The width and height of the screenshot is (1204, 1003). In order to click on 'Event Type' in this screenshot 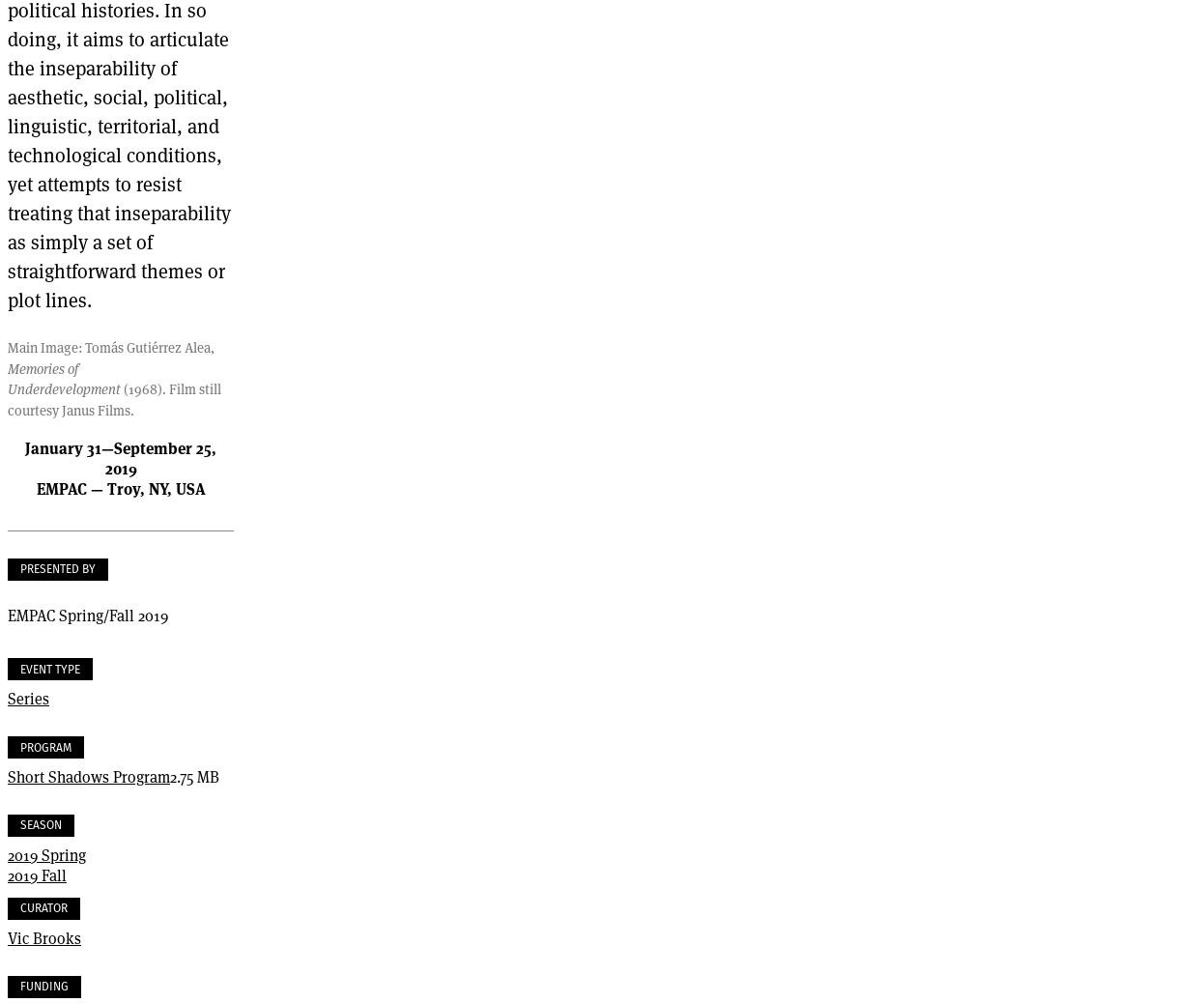, I will do `click(49, 668)`.